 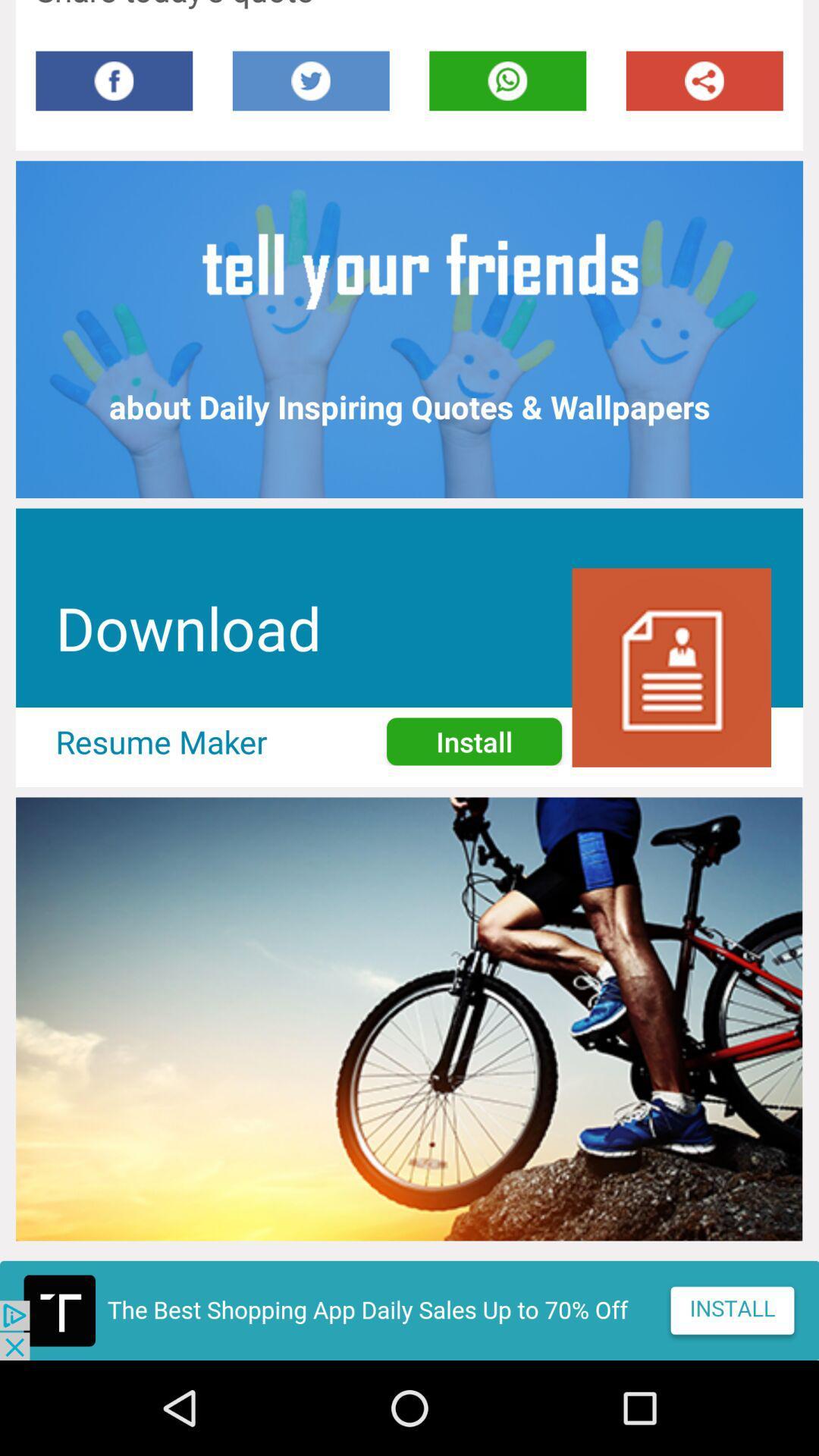 What do you see at coordinates (704, 80) in the screenshot?
I see `share the article` at bounding box center [704, 80].